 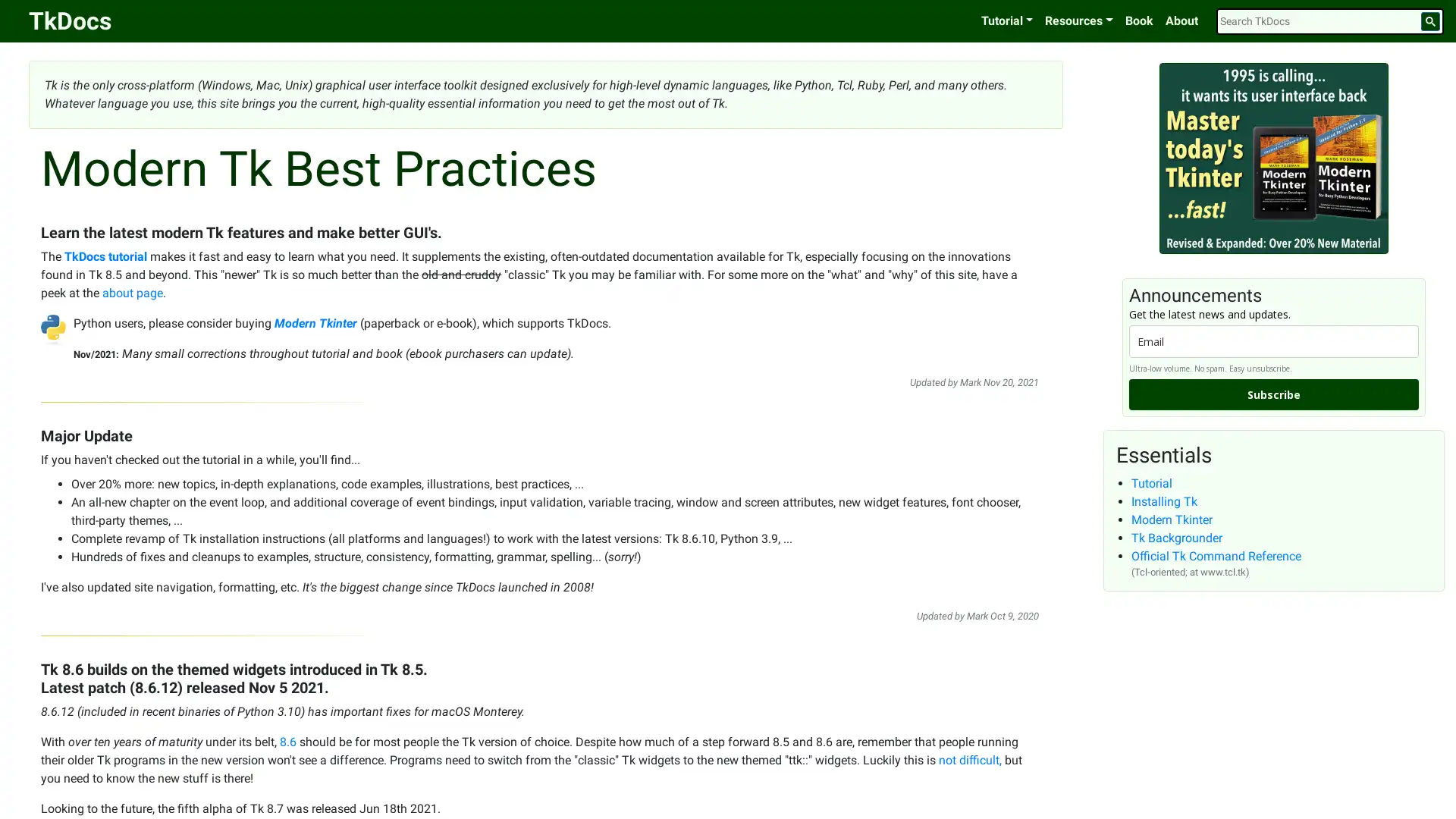 I want to click on Subscribe, so click(x=1274, y=393).